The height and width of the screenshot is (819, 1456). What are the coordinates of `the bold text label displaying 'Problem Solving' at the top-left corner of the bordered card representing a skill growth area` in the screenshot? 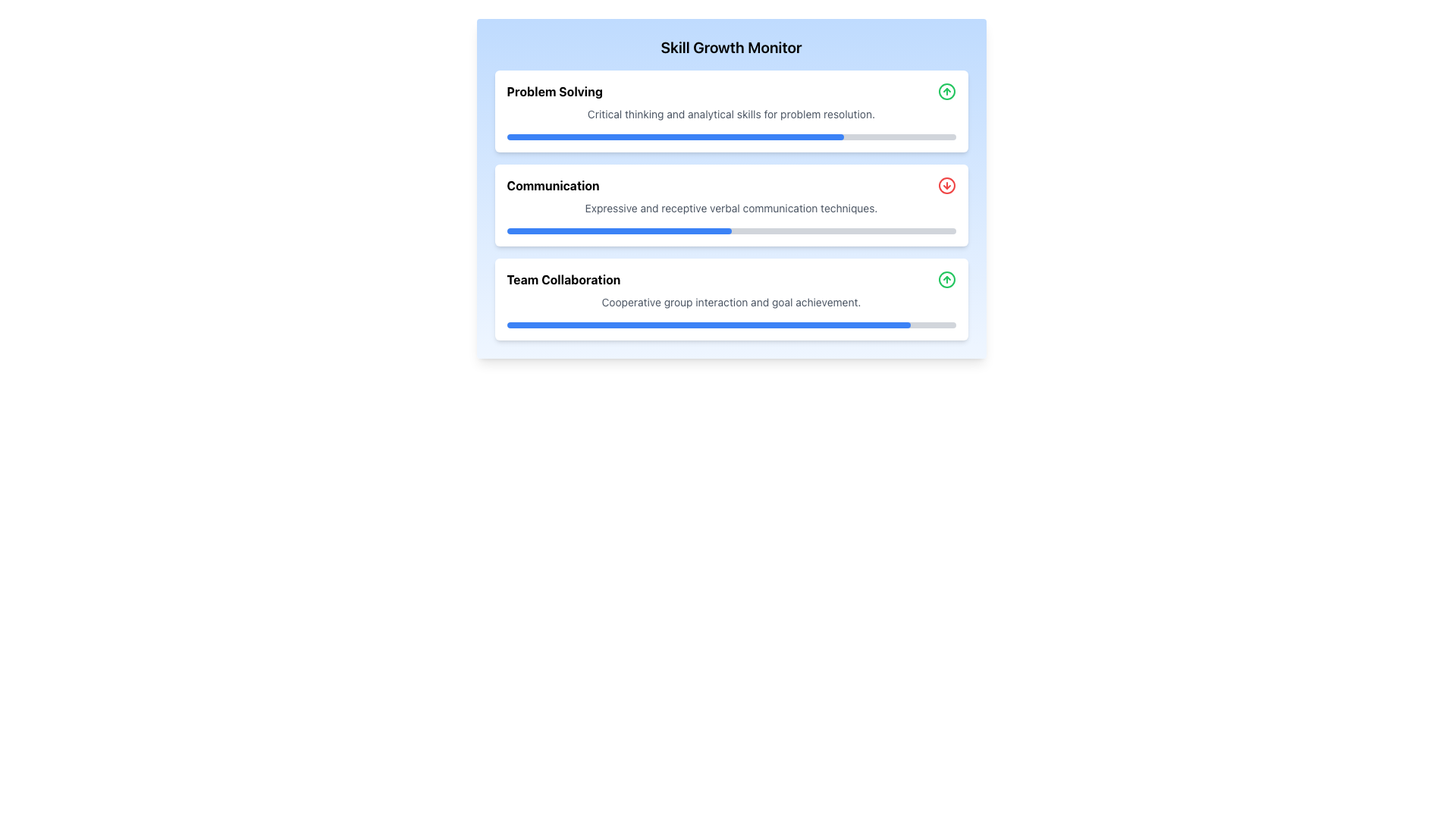 It's located at (554, 91).